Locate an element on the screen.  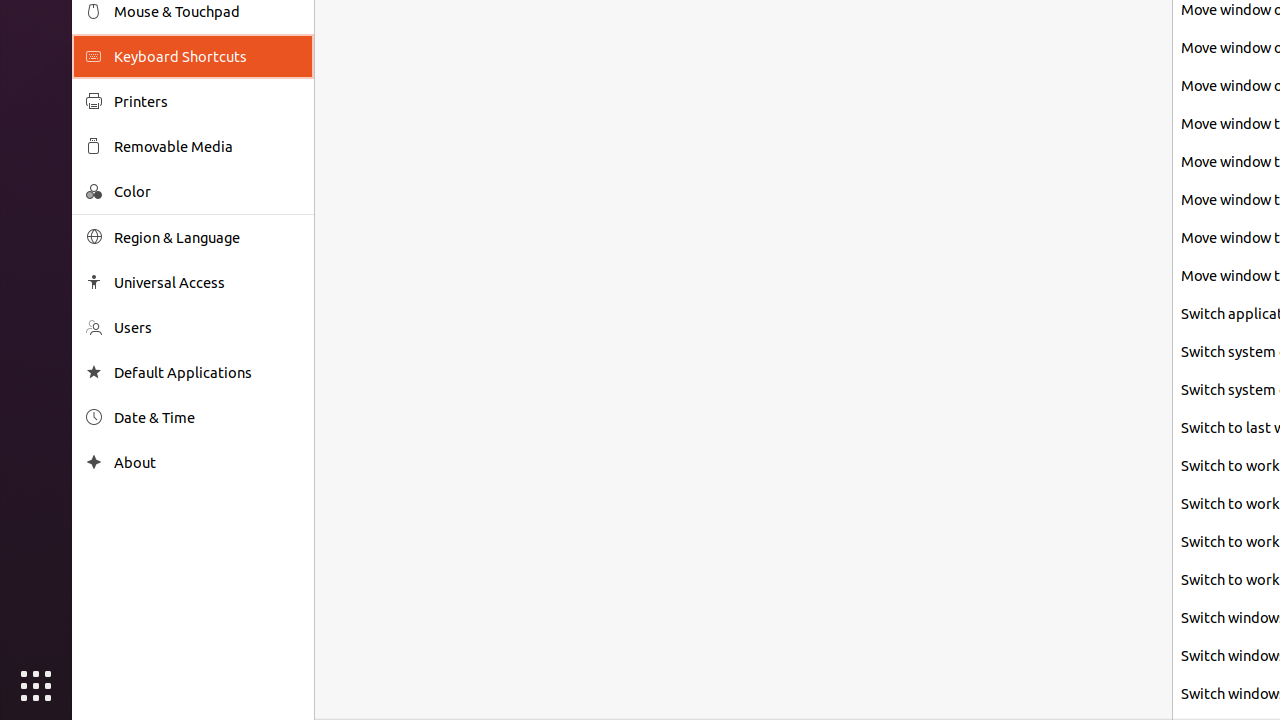
'Mouse & Touchpad' is located at coordinates (206, 11).